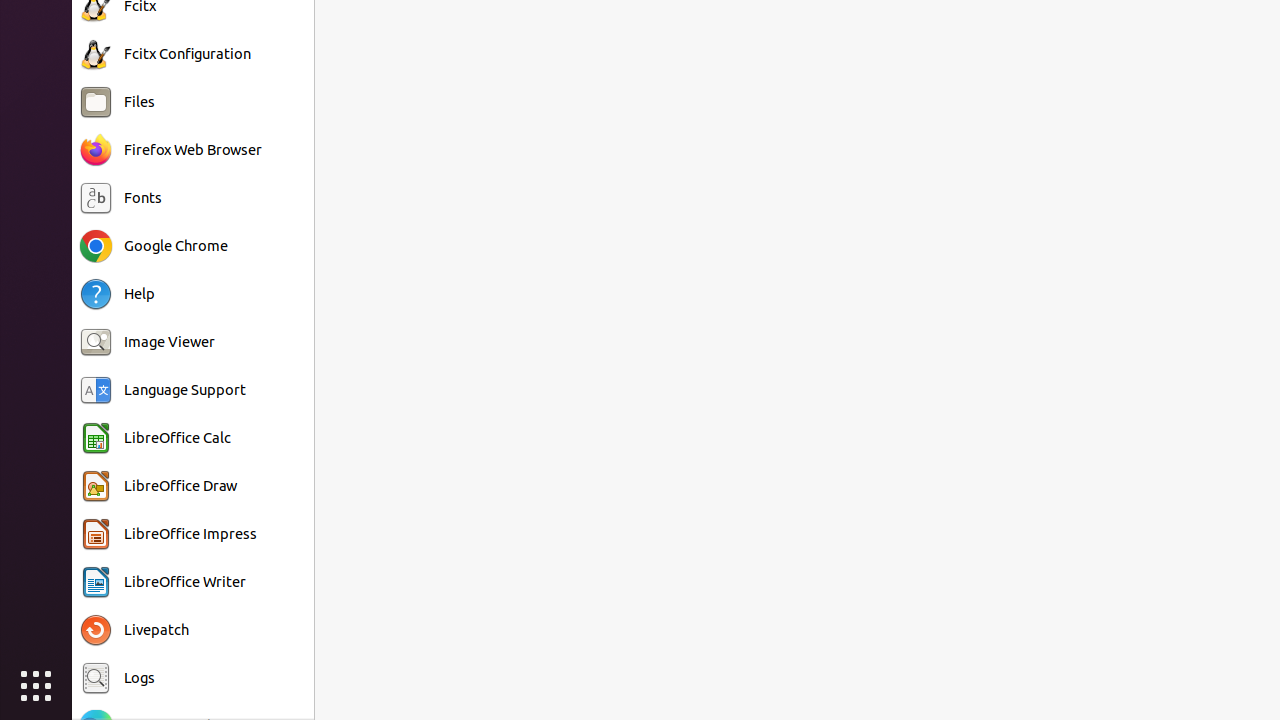  I want to click on 'LibreOffice Calc', so click(177, 436).